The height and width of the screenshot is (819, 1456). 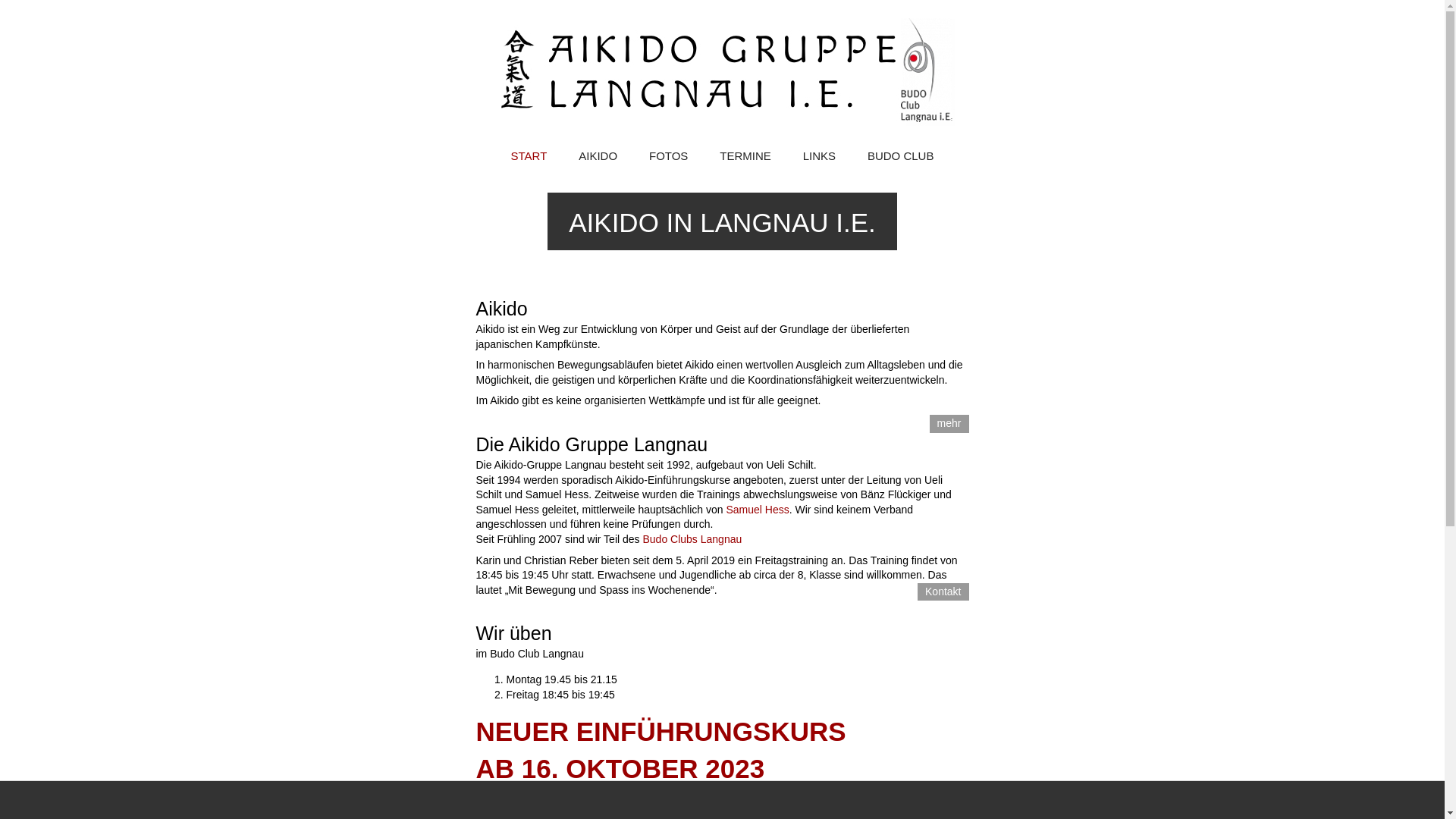 What do you see at coordinates (818, 157) in the screenshot?
I see `'LINKS'` at bounding box center [818, 157].